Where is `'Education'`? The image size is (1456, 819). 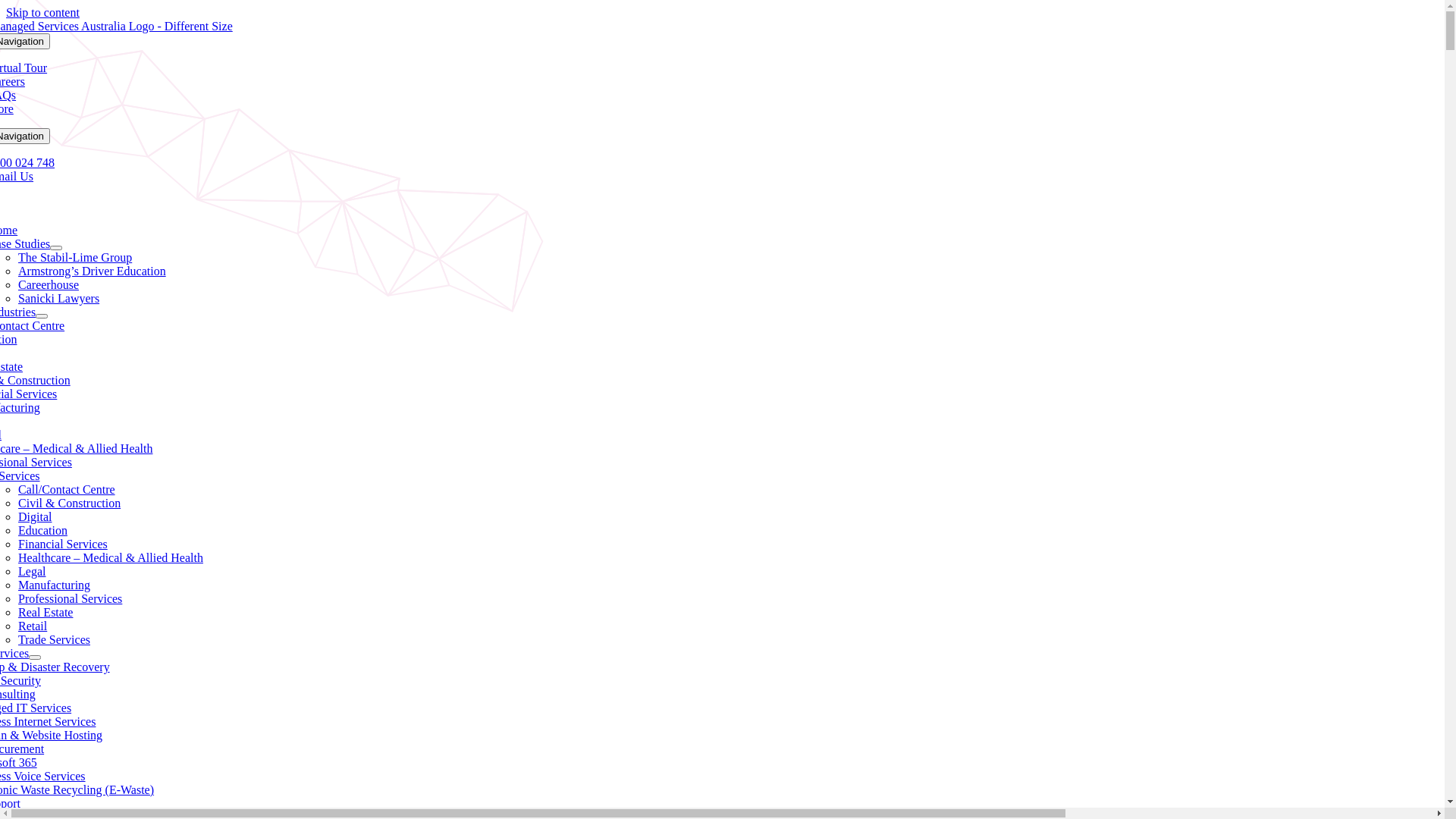 'Education' is located at coordinates (42, 529).